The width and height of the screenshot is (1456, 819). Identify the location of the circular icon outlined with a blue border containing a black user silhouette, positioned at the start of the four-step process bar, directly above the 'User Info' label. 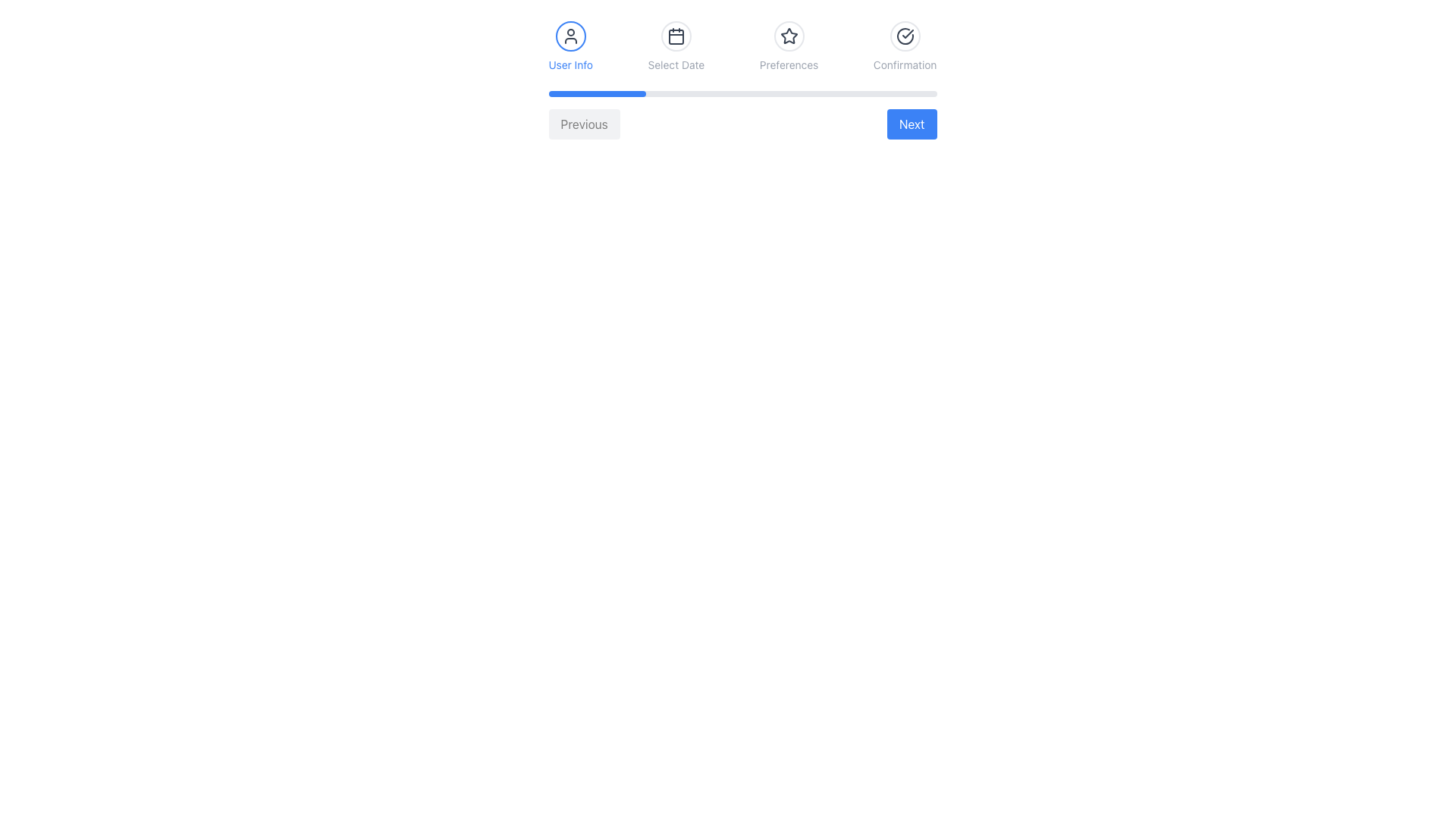
(570, 35).